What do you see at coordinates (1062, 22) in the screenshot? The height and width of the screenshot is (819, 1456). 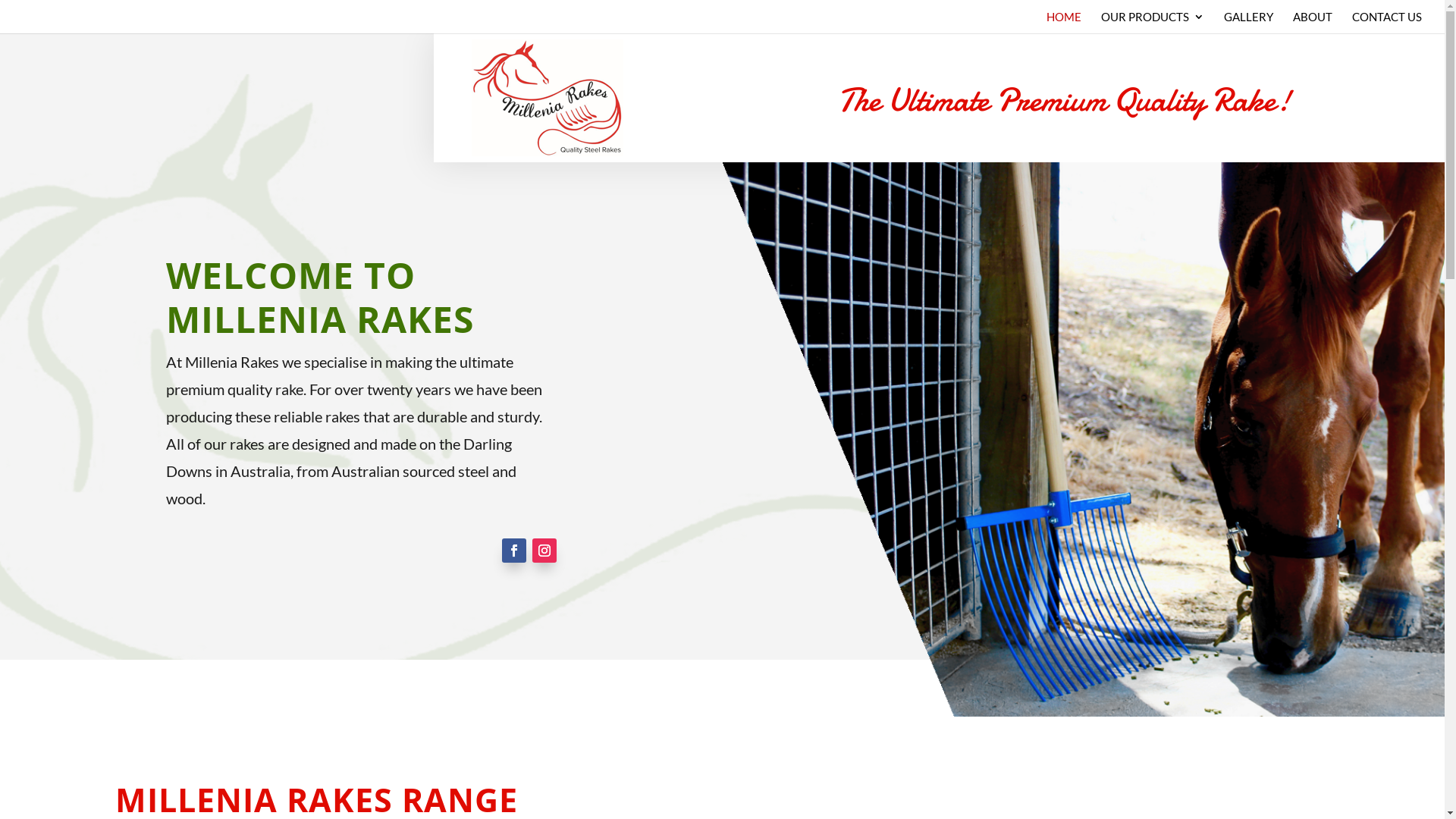 I see `'HOME'` at bounding box center [1062, 22].